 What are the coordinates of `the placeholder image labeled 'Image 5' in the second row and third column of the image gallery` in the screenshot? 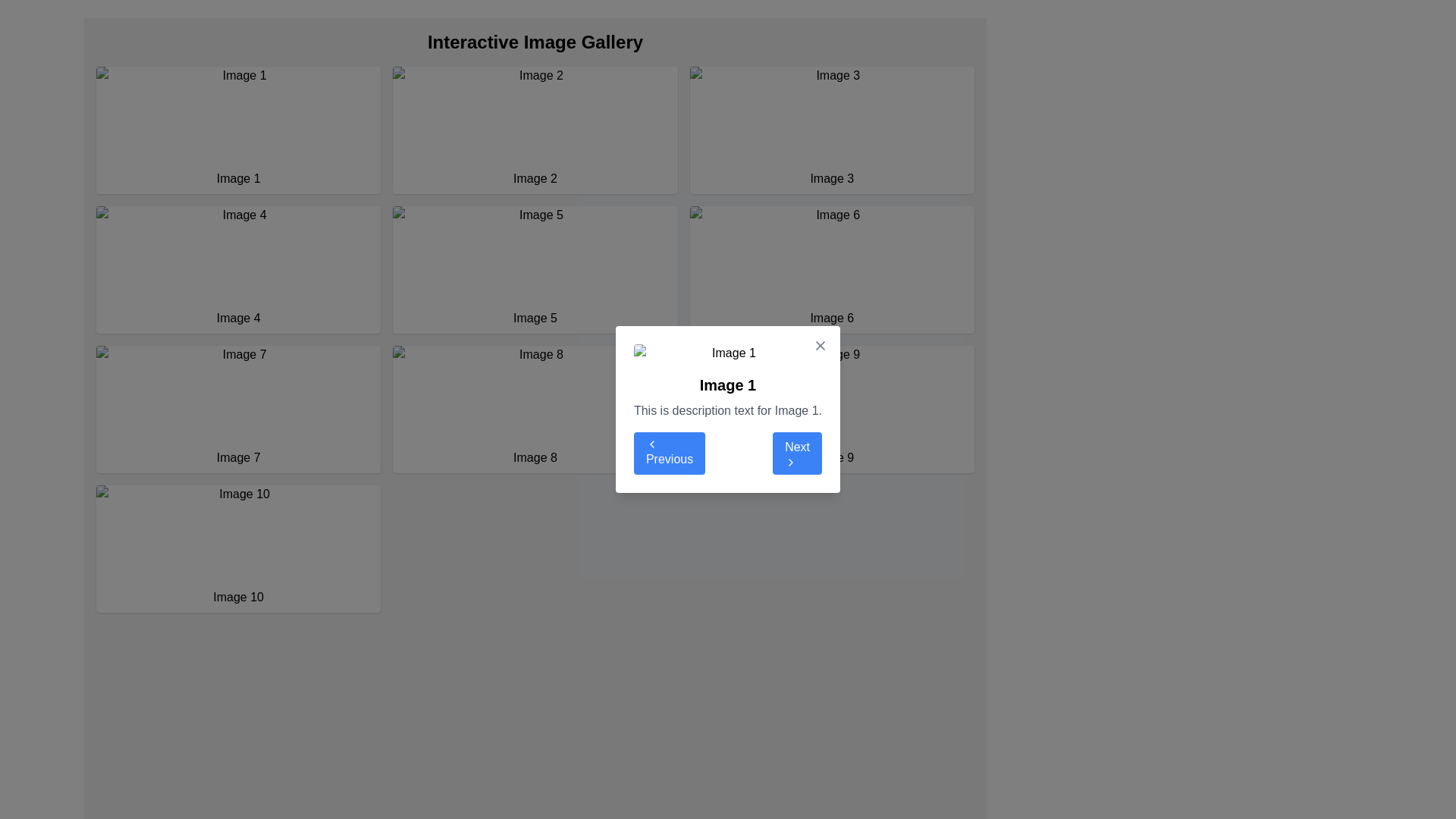 It's located at (535, 253).